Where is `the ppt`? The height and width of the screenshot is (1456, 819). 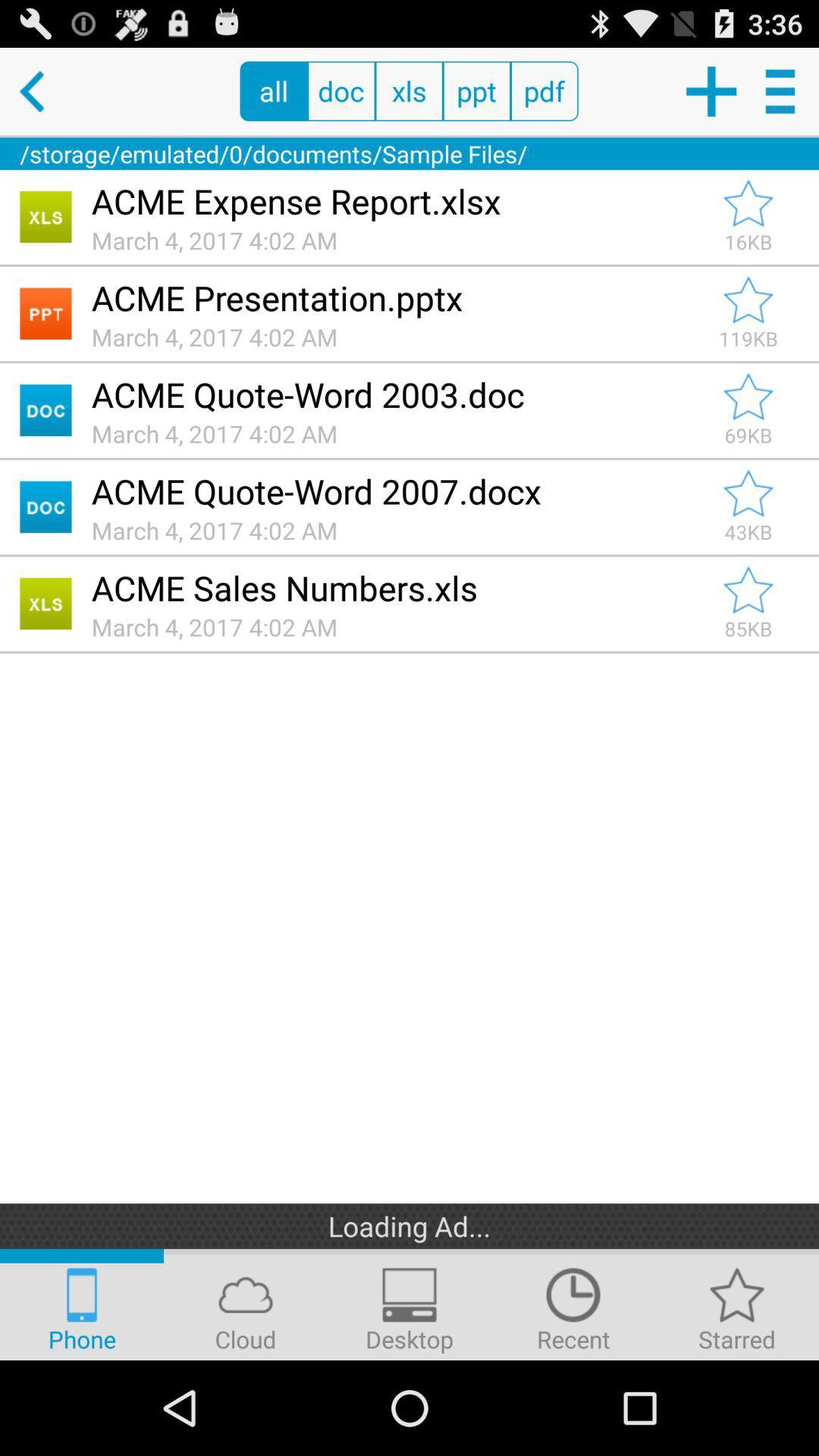 the ppt is located at coordinates (475, 90).